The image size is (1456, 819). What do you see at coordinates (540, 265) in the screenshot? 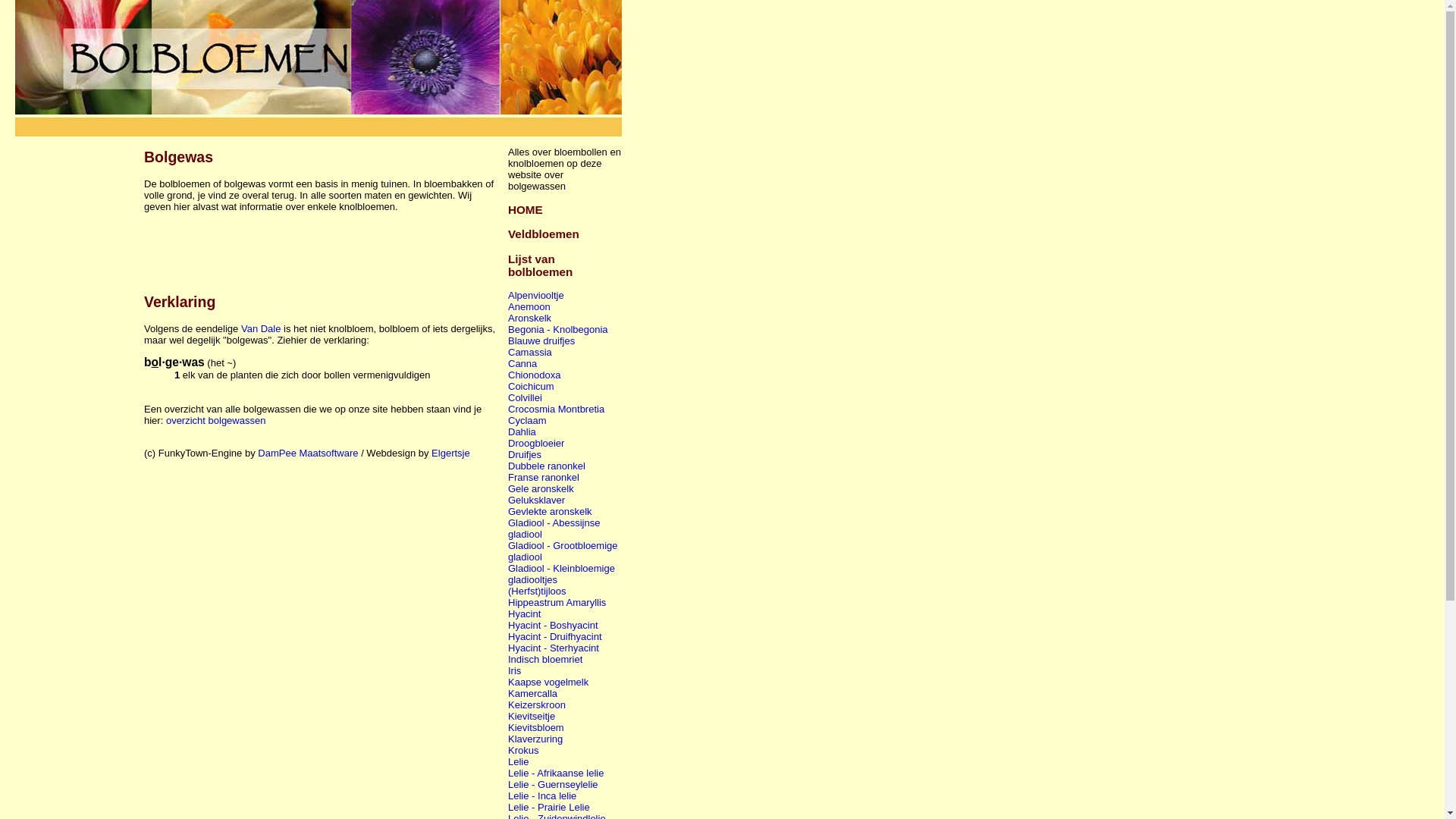
I see `'Lijst van bolbloemen'` at bounding box center [540, 265].